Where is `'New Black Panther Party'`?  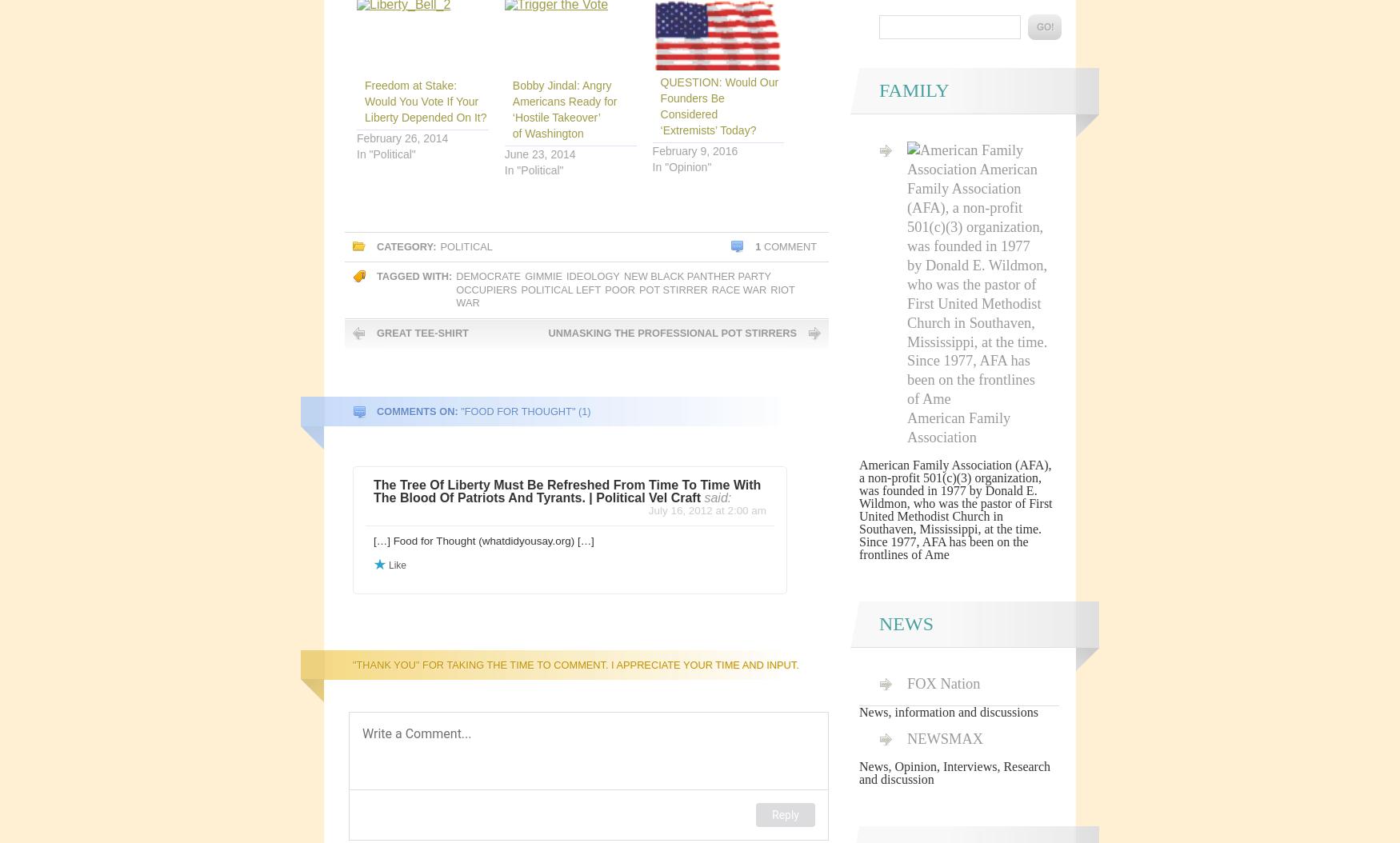
'New Black Panther Party' is located at coordinates (697, 276).